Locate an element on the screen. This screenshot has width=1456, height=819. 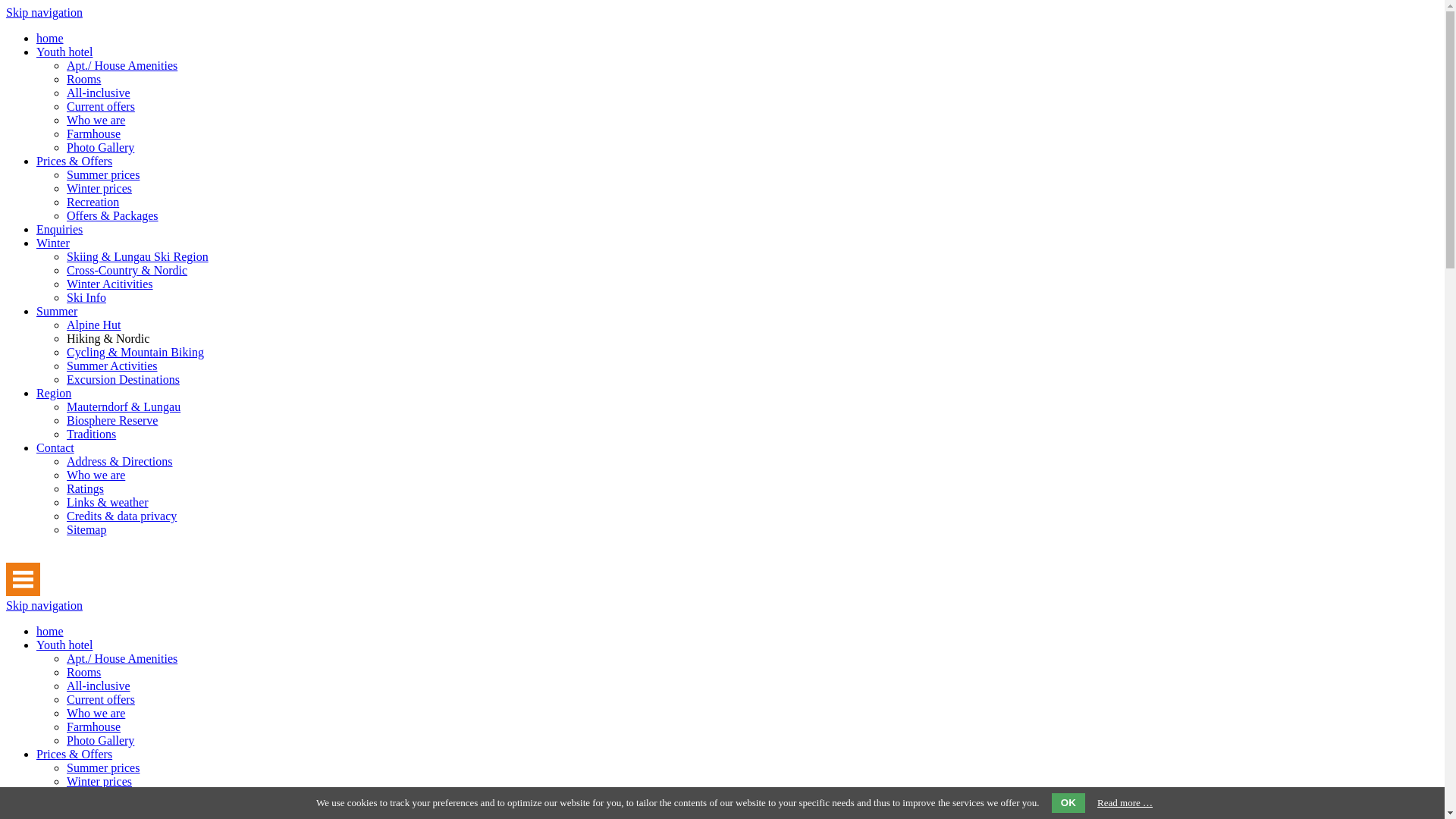
'Excursion Destinations' is located at coordinates (123, 378).